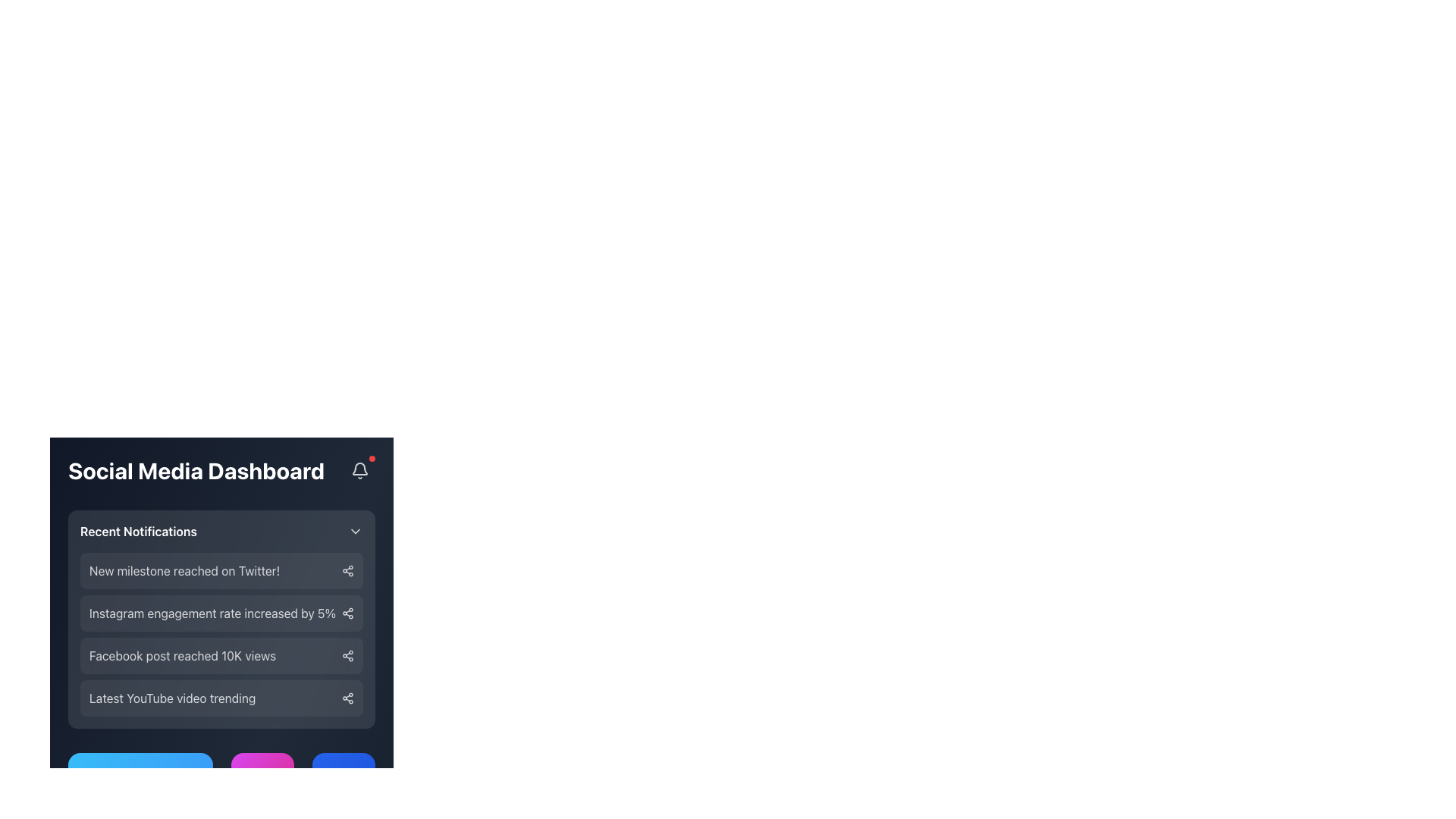 Image resolution: width=1456 pixels, height=819 pixels. What do you see at coordinates (182, 654) in the screenshot?
I see `the static notification title that indicates a social media post has reached 10,000 views, which is the third notification in the vertical list under the 'Recent Notifications' section` at bounding box center [182, 654].